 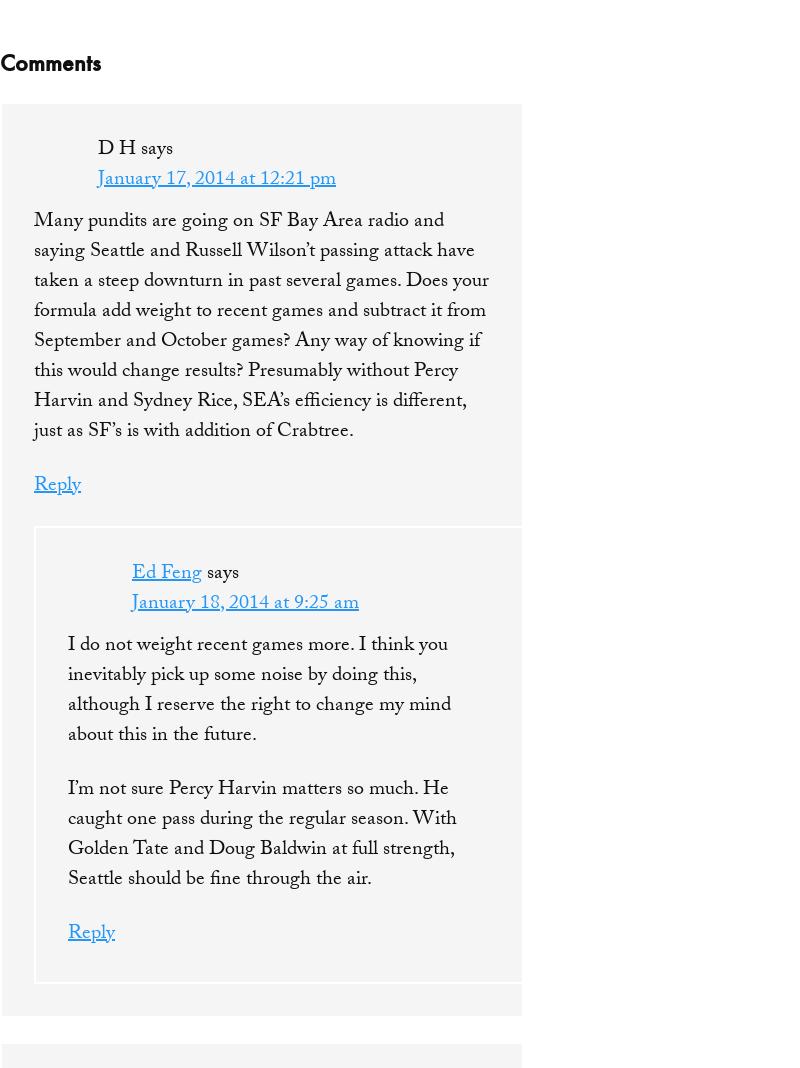 What do you see at coordinates (68, 690) in the screenshot?
I see `'I do not weight recent games more.  I think you inevitably pick up some noise by doing this, although I reserve the right to change my mind about this in the future.'` at bounding box center [68, 690].